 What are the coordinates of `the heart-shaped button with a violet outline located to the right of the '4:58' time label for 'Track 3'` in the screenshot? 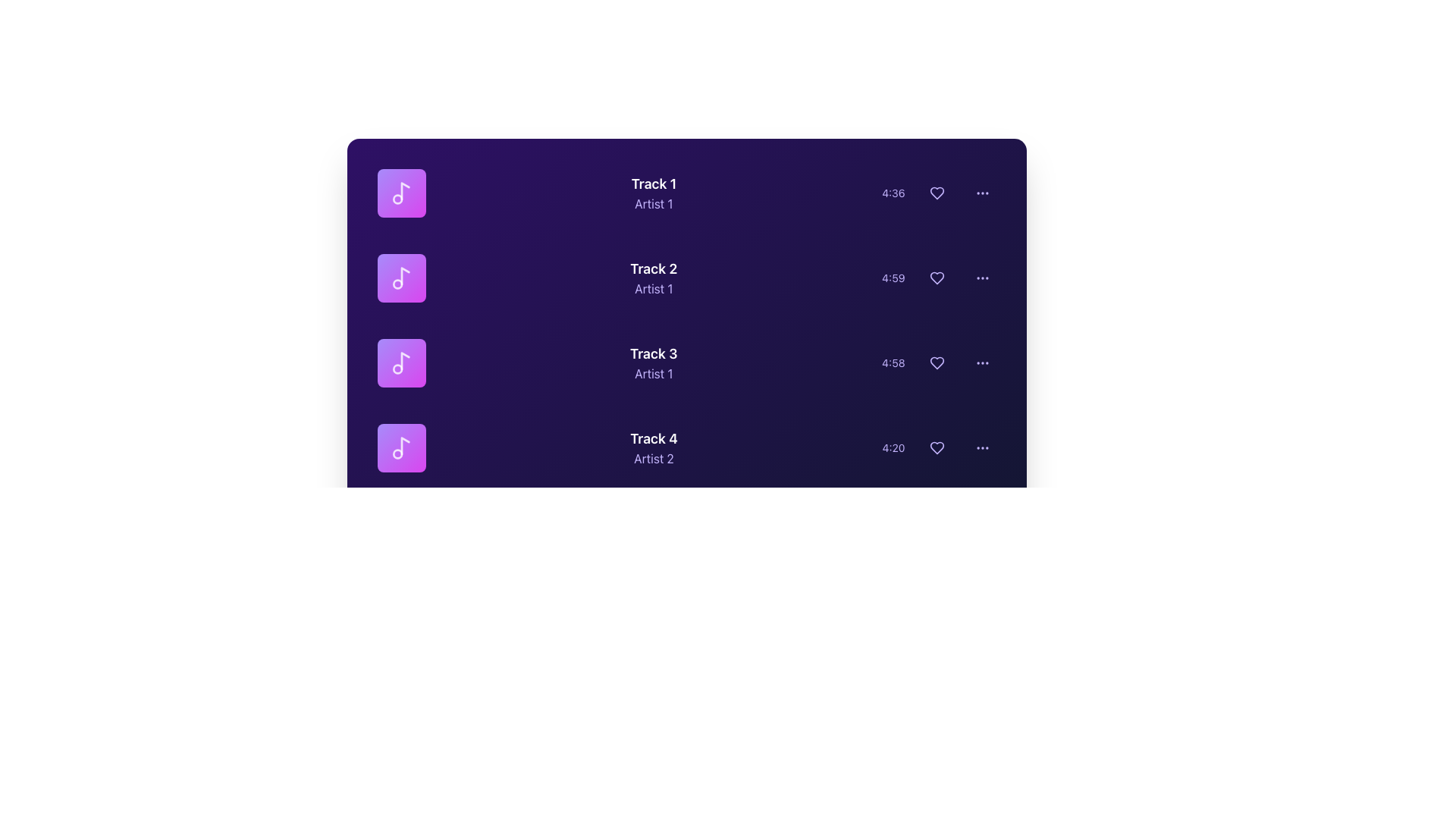 It's located at (936, 362).